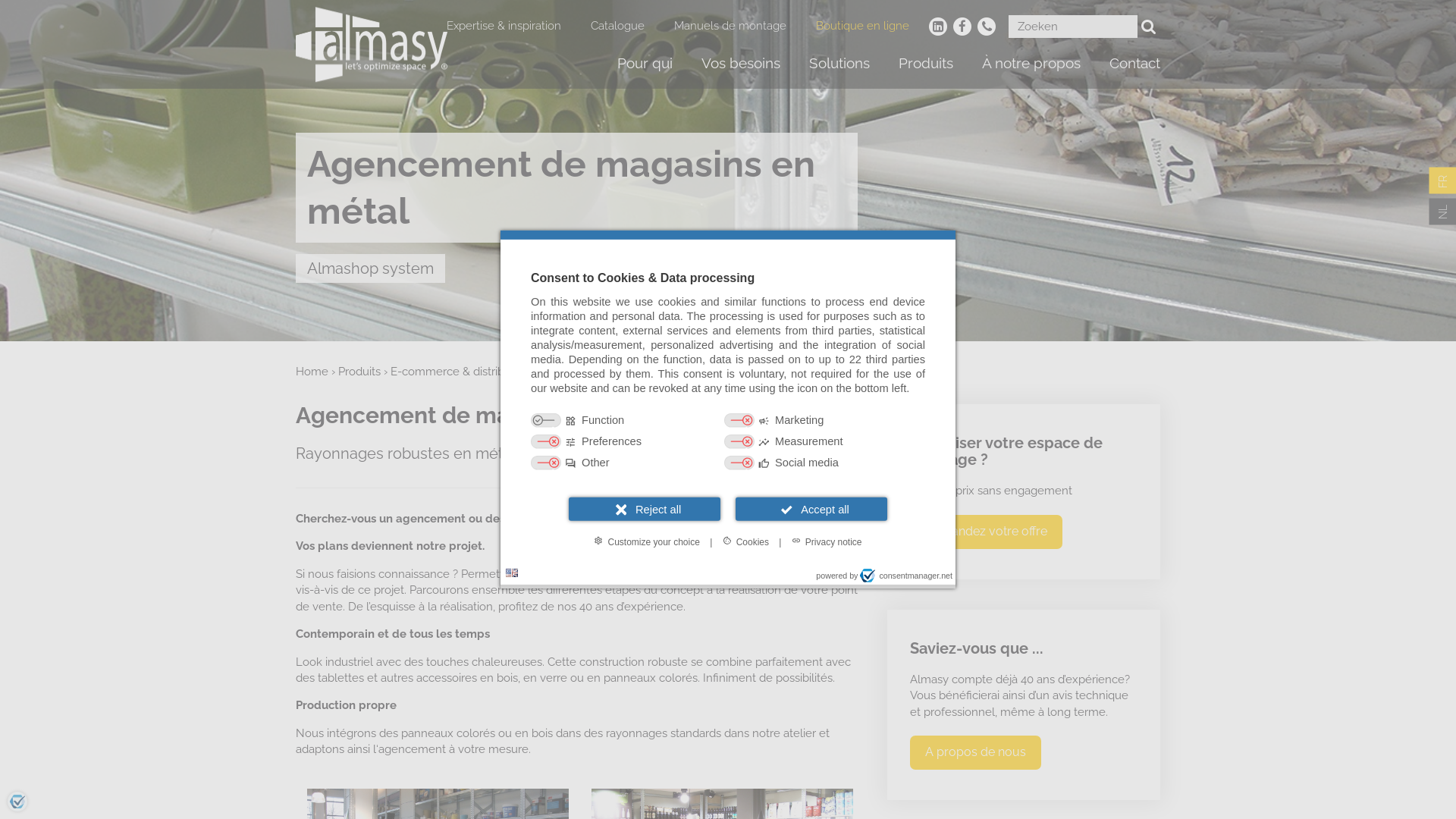 This screenshot has height=819, width=1456. I want to click on '+32 3 317 04 20', so click(986, 26).